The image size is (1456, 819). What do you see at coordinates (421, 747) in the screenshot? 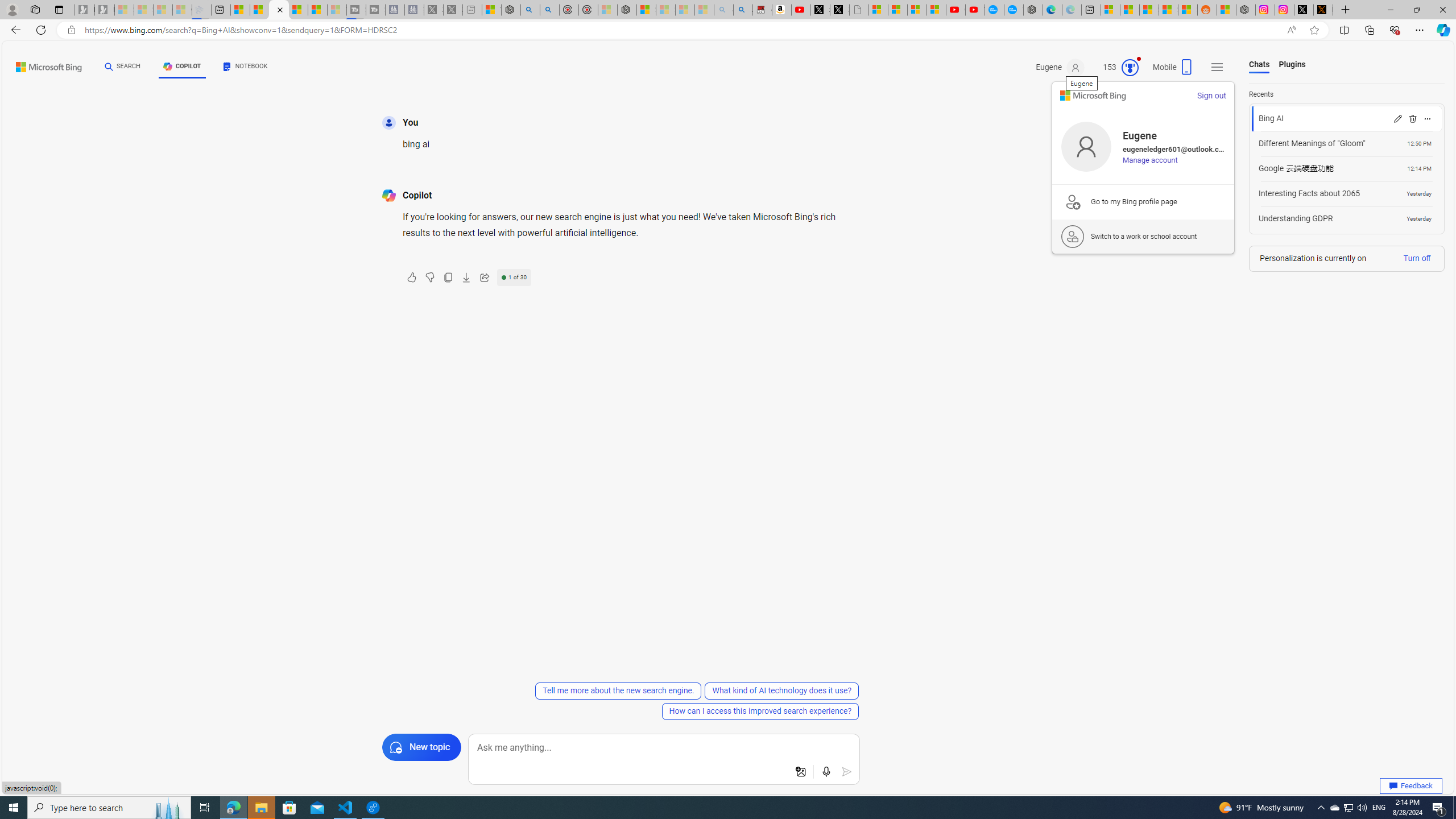
I see `'New topic'` at bounding box center [421, 747].